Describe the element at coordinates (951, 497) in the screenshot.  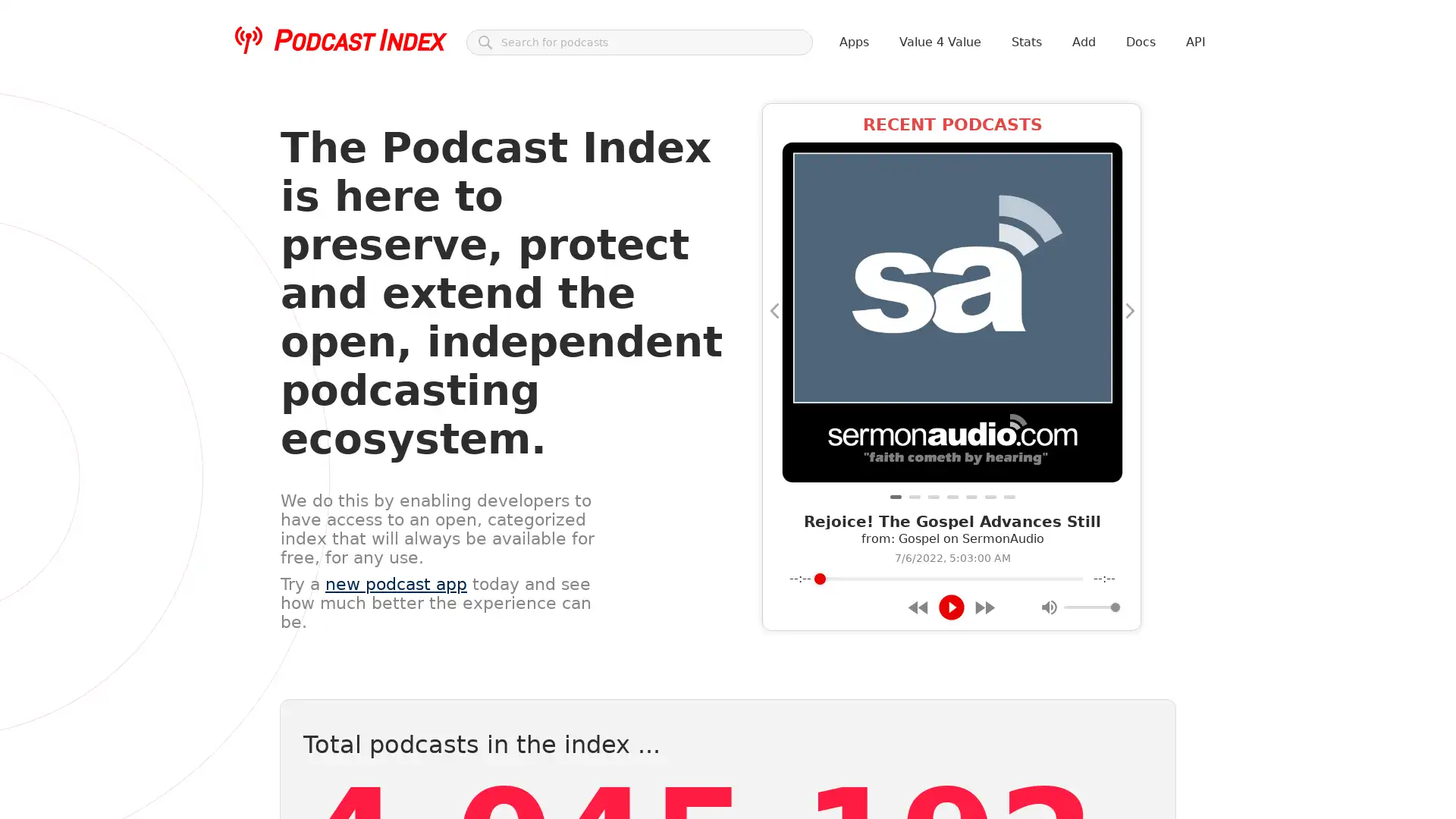
I see `133 je vindt leeftijd een issue nu je zwanger wilt worden` at that location.